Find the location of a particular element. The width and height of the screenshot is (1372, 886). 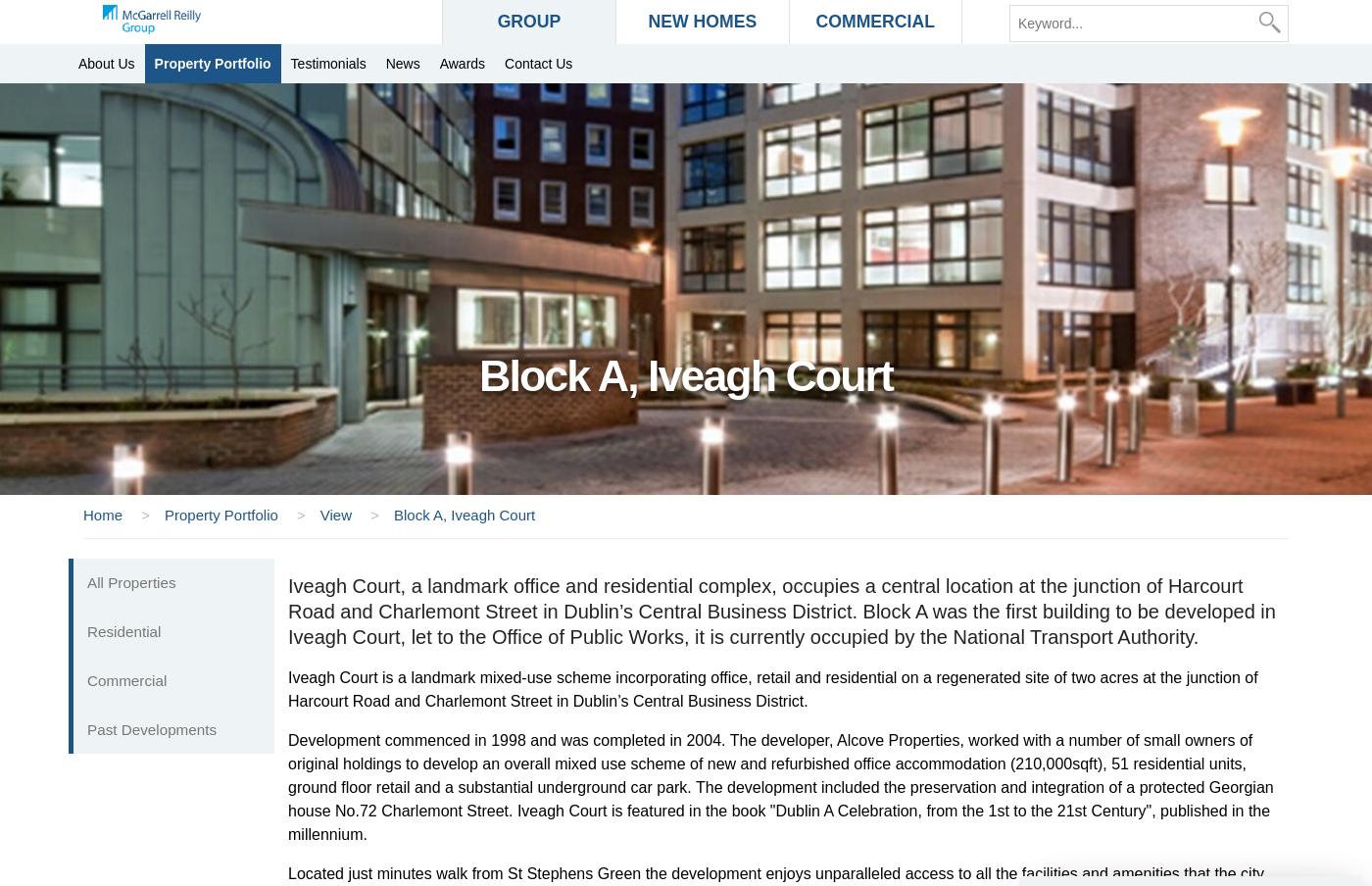

'GROUP' is located at coordinates (528, 20).